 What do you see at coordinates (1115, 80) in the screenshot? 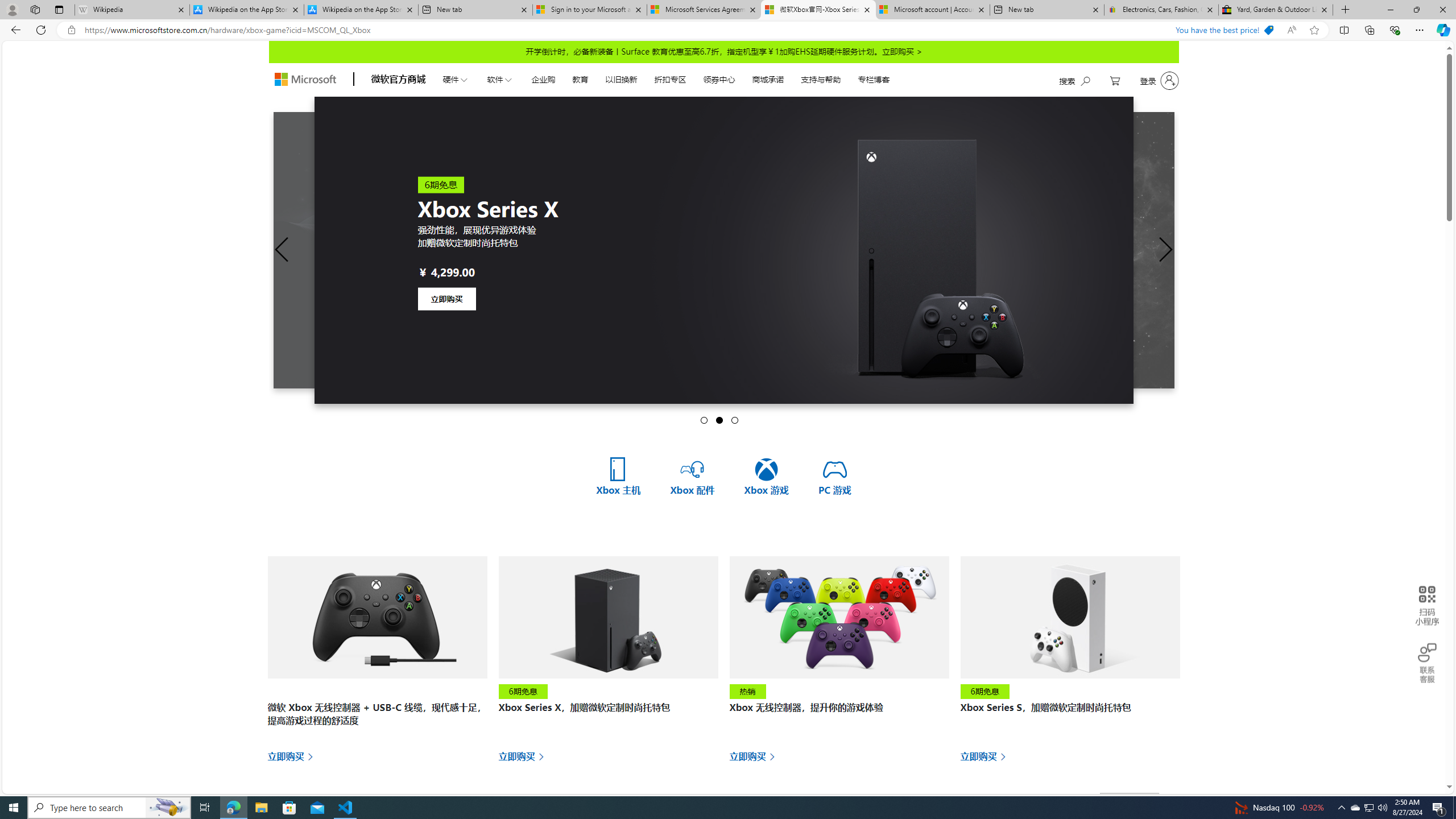
I see `'My Cart'` at bounding box center [1115, 80].